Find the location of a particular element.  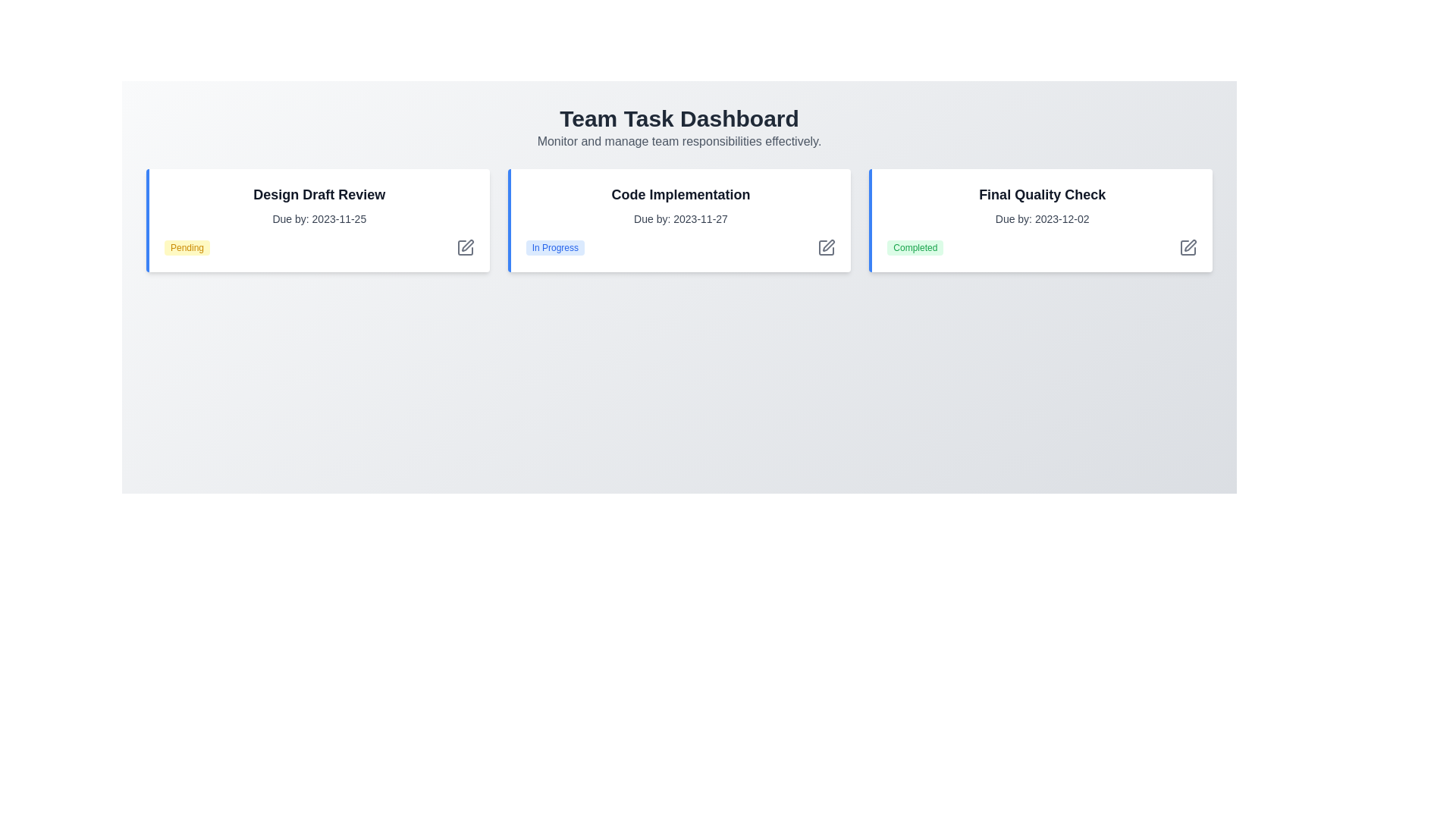

the edit icon located in the second card labeled 'Code Implementation' on the dashboard to initiate editing of the task details is located at coordinates (828, 245).